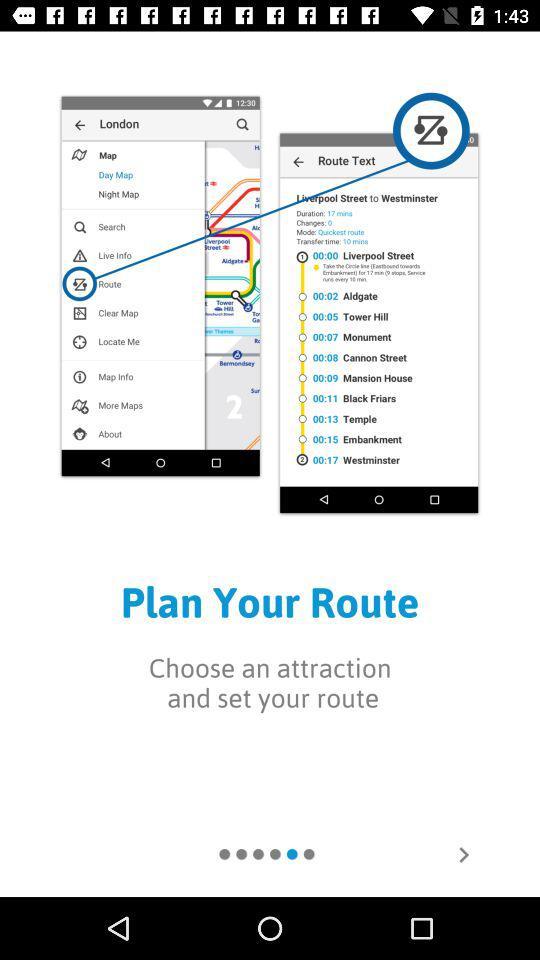 This screenshot has height=960, width=540. What do you see at coordinates (463, 853) in the screenshot?
I see `go forward` at bounding box center [463, 853].